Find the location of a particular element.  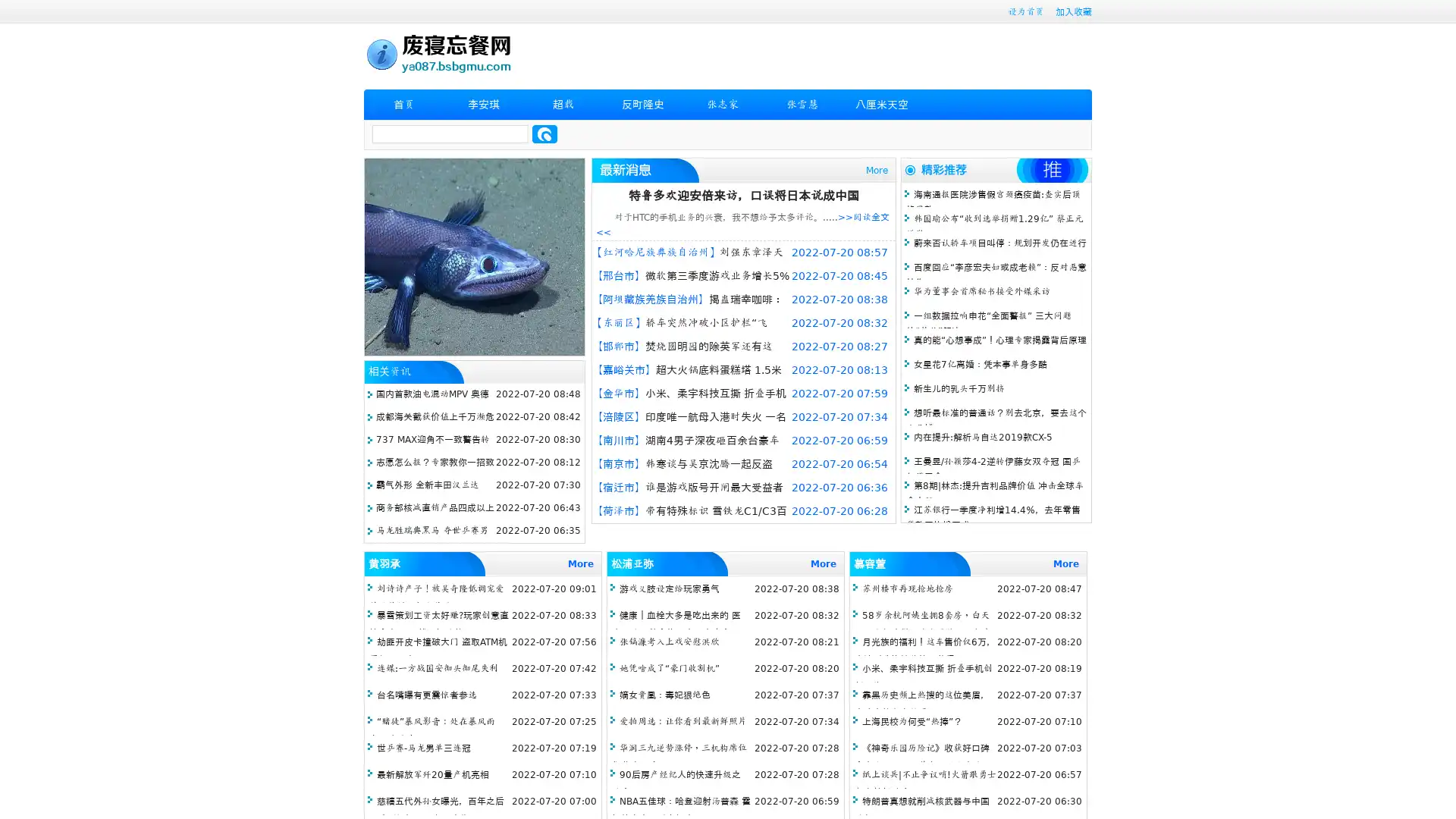

Search is located at coordinates (544, 133).